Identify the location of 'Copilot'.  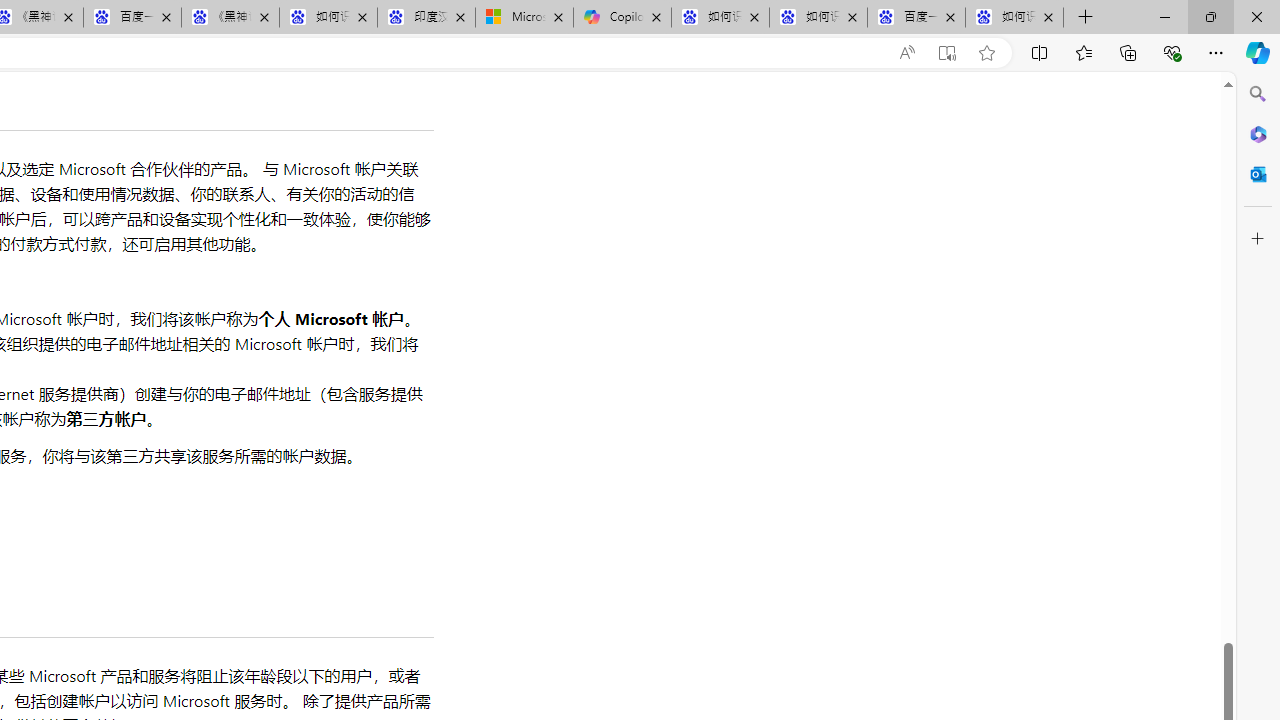
(621, 17).